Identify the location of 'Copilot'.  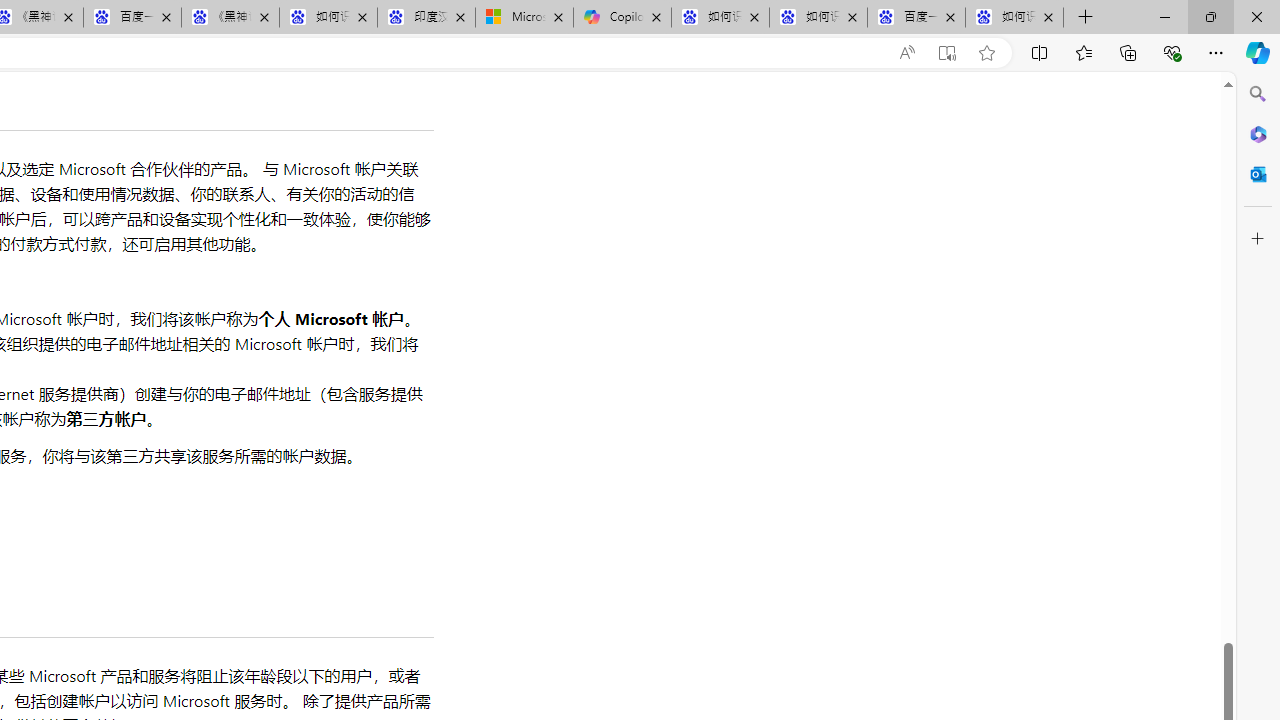
(621, 17).